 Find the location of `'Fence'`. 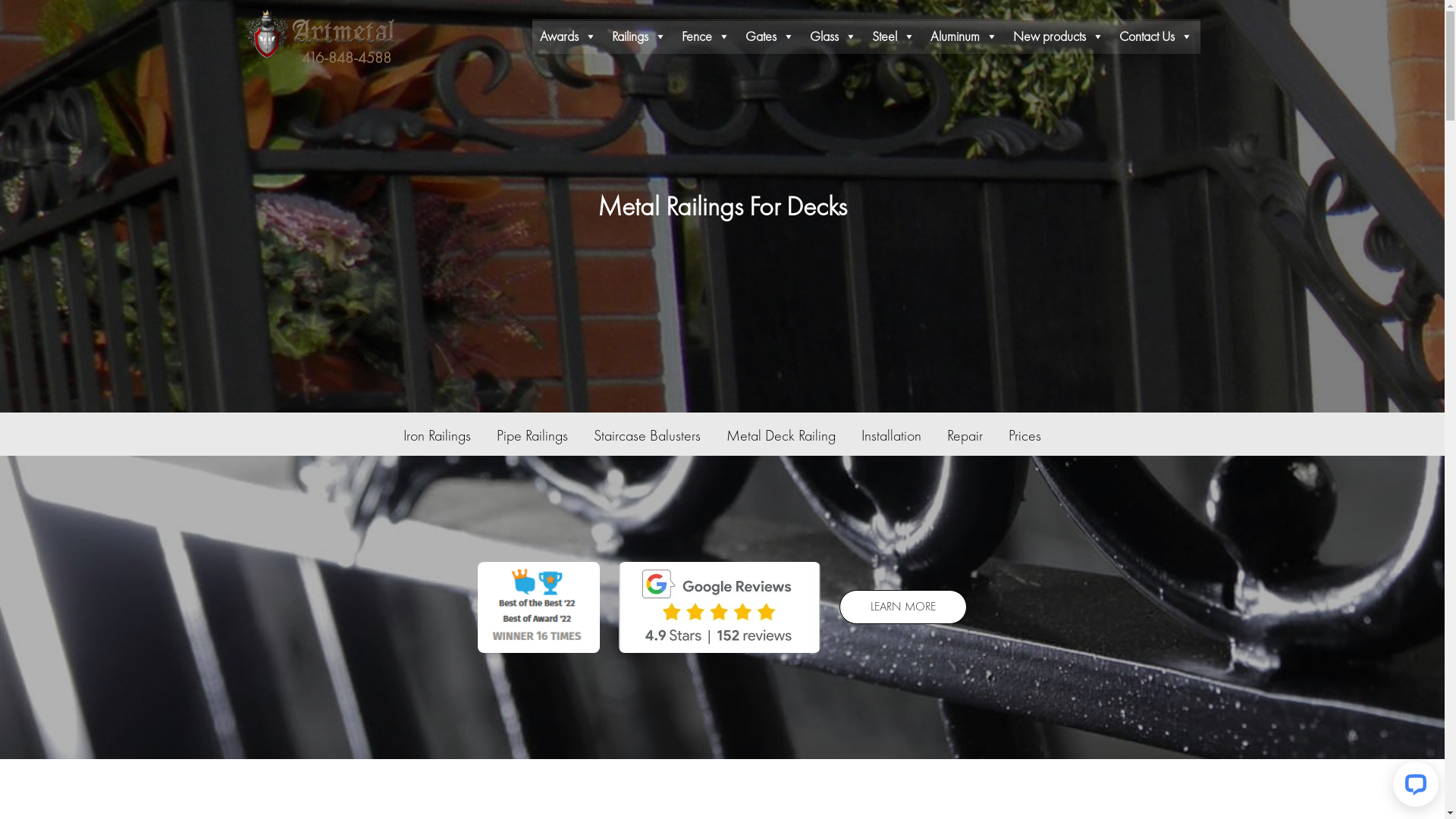

'Fence' is located at coordinates (673, 35).